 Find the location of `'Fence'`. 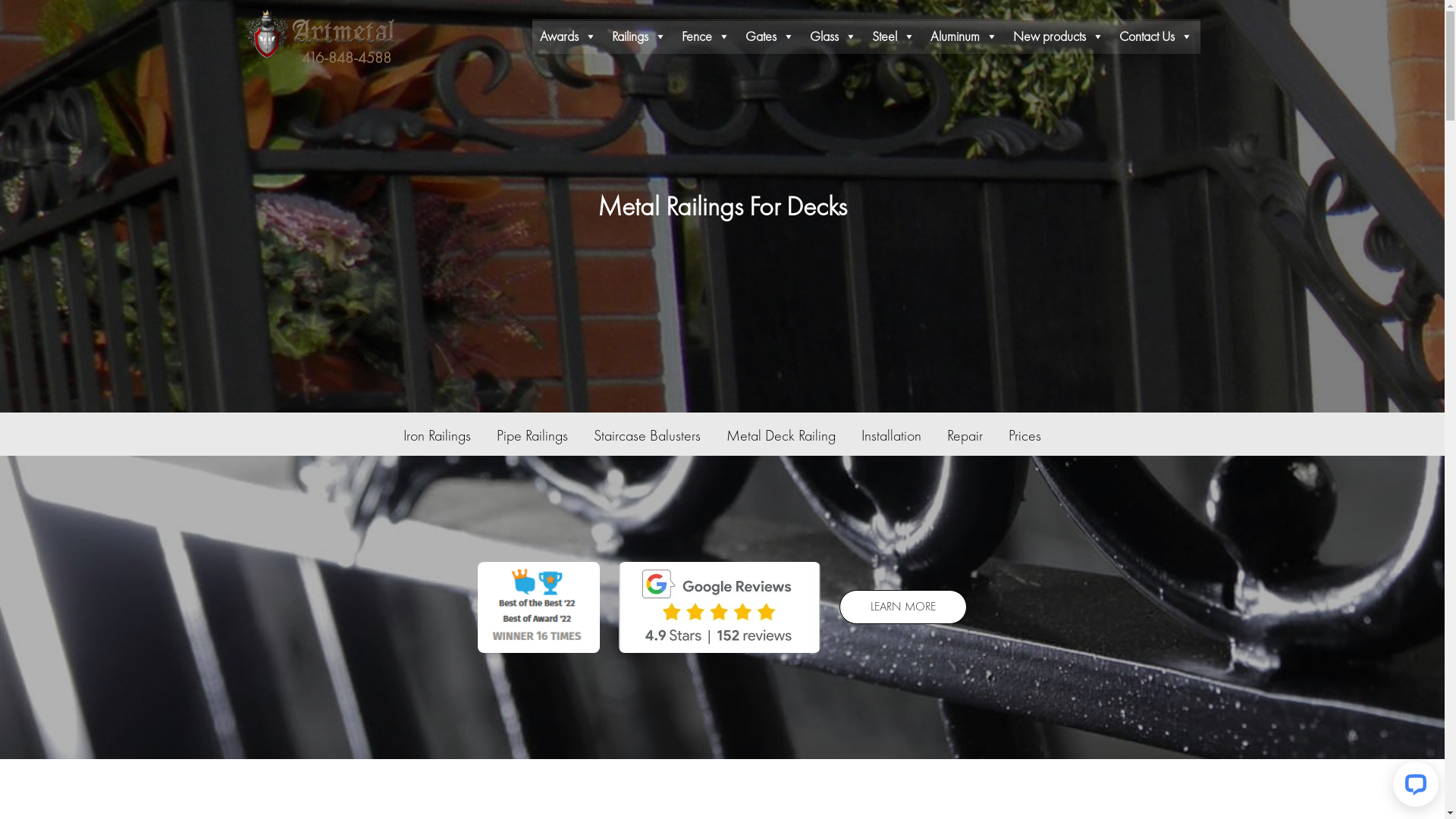

'Fence' is located at coordinates (673, 35).